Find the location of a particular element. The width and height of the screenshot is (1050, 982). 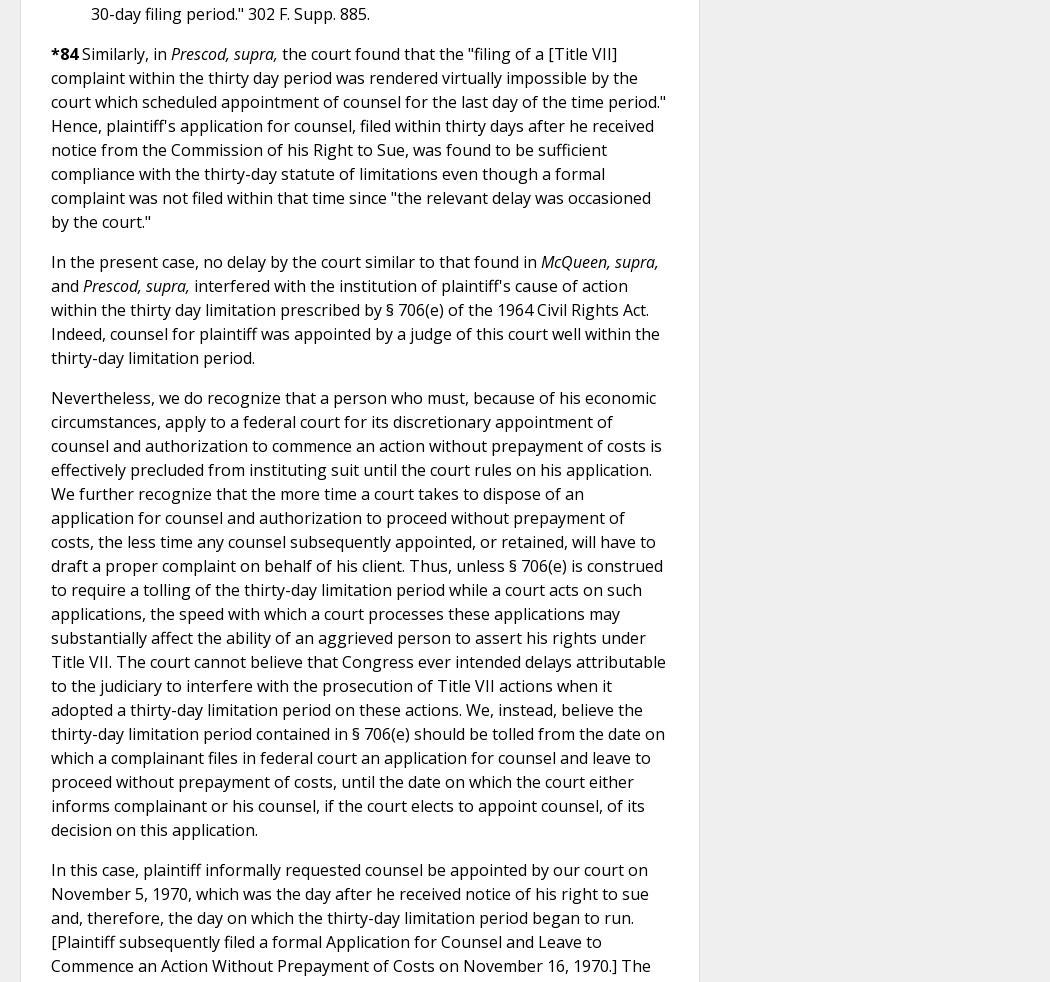

'McQueen, supra' is located at coordinates (540, 261).